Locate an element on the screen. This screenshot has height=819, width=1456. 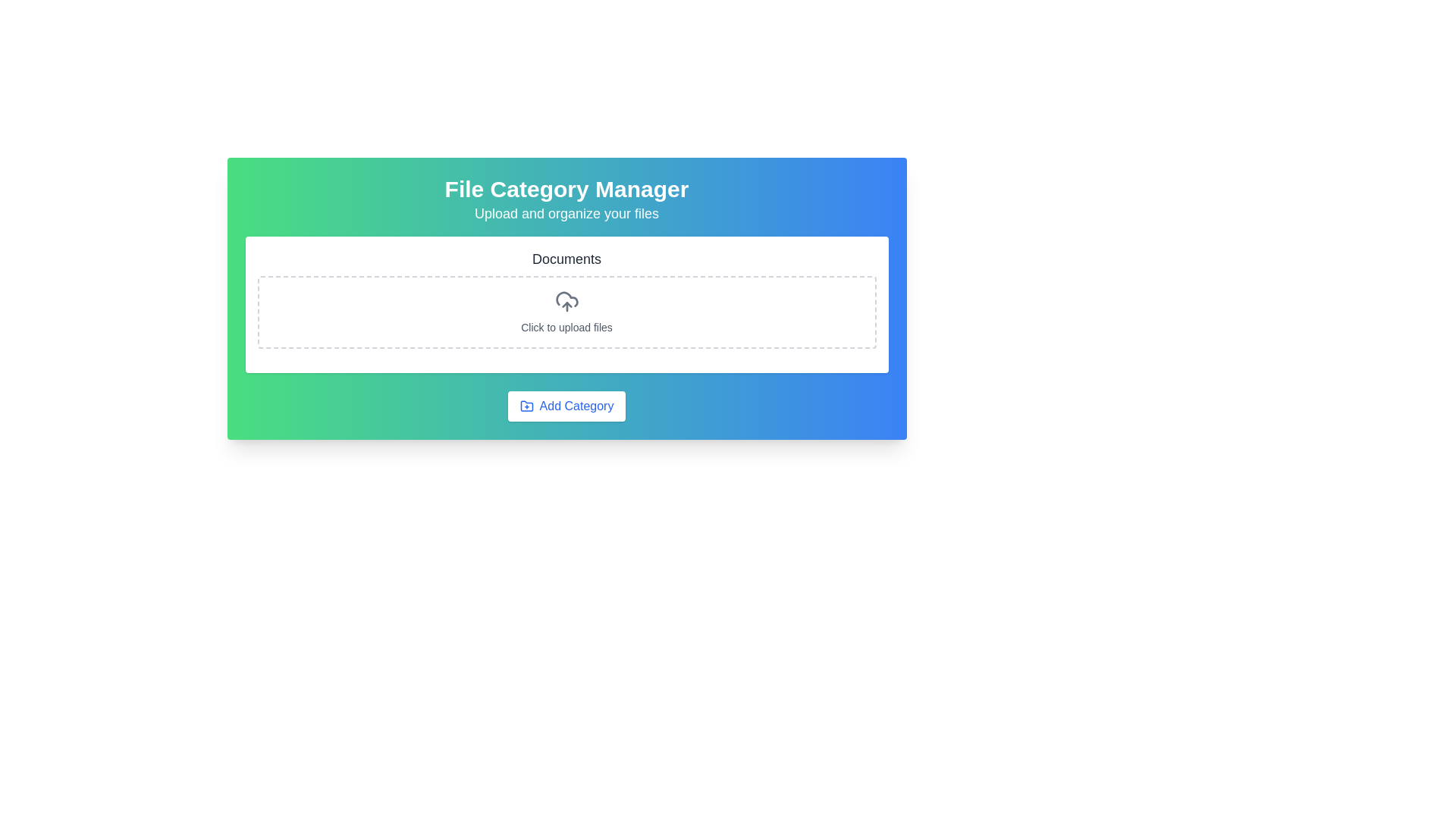
the icon inside the 'Add Category' button, which is used for adding or creating a new category is located at coordinates (526, 405).